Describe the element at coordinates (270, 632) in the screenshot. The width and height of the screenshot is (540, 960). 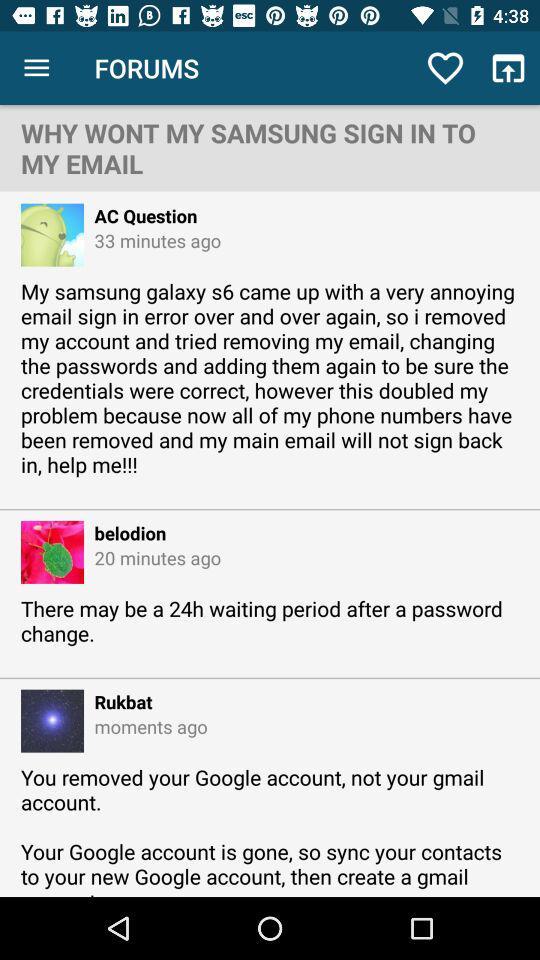
I see `there may be icon` at that location.